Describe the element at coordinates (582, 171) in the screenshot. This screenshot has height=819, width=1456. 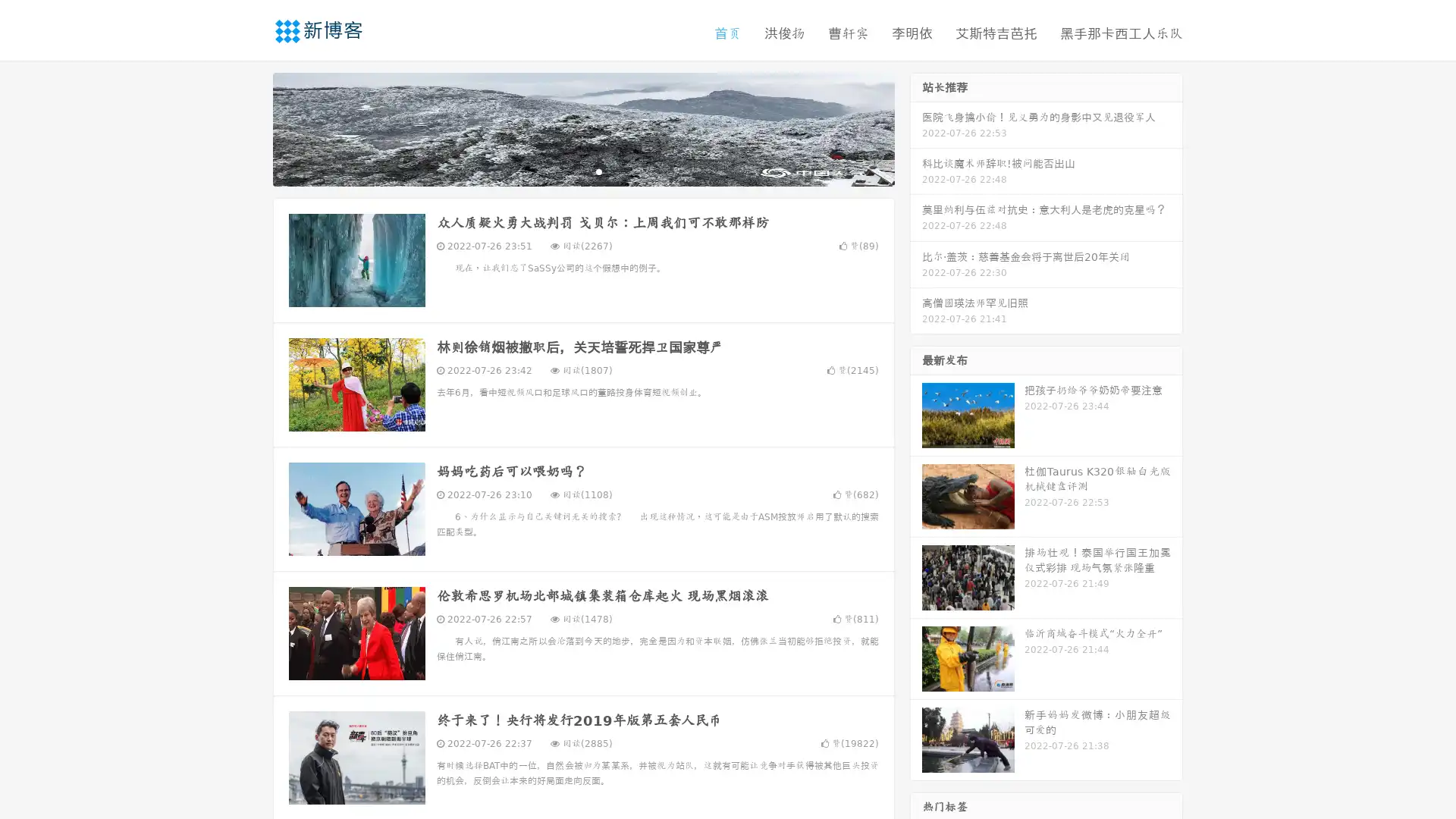
I see `Go to slide 2` at that location.